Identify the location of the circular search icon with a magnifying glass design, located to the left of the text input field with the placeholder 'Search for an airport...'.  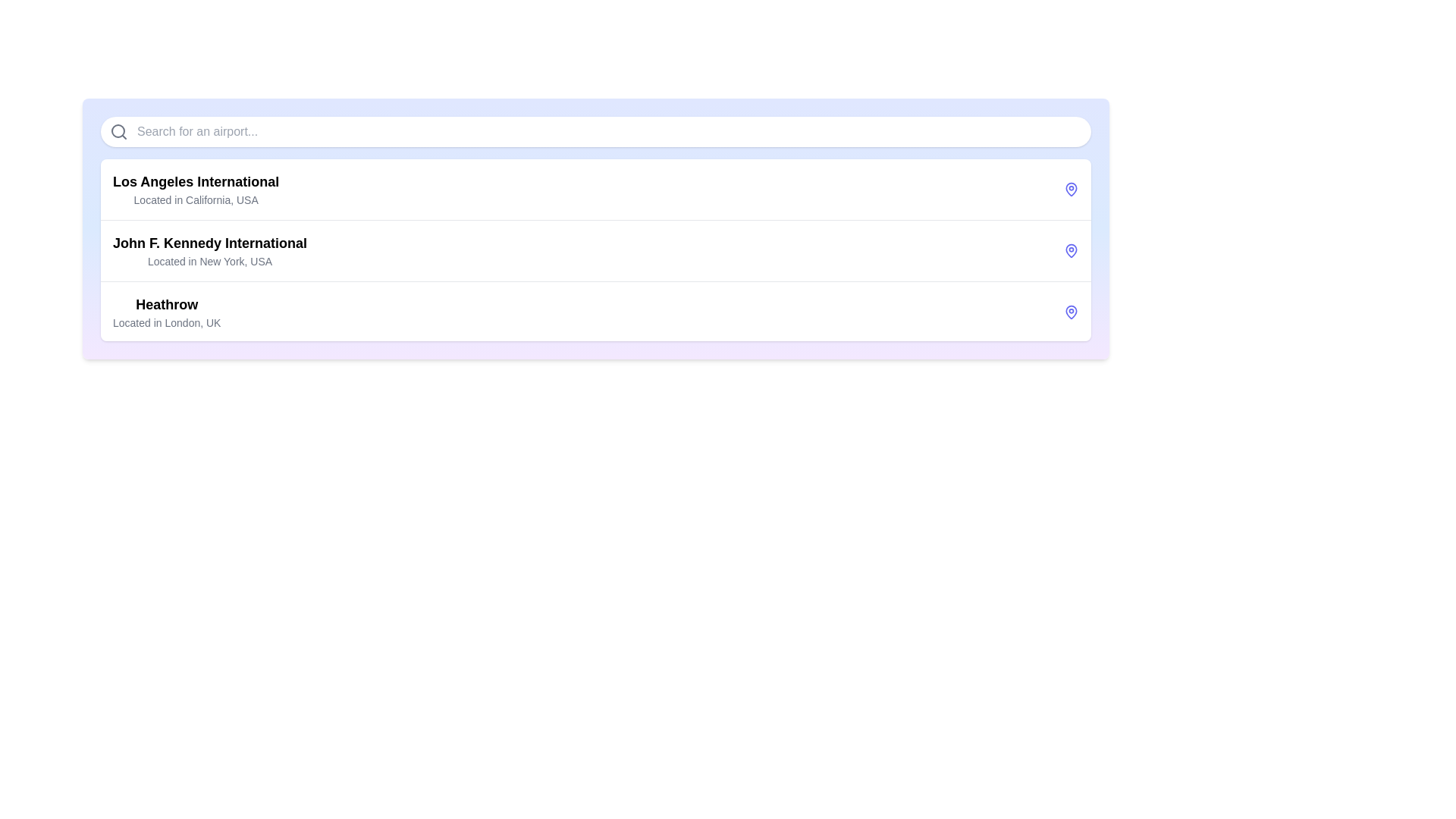
(118, 130).